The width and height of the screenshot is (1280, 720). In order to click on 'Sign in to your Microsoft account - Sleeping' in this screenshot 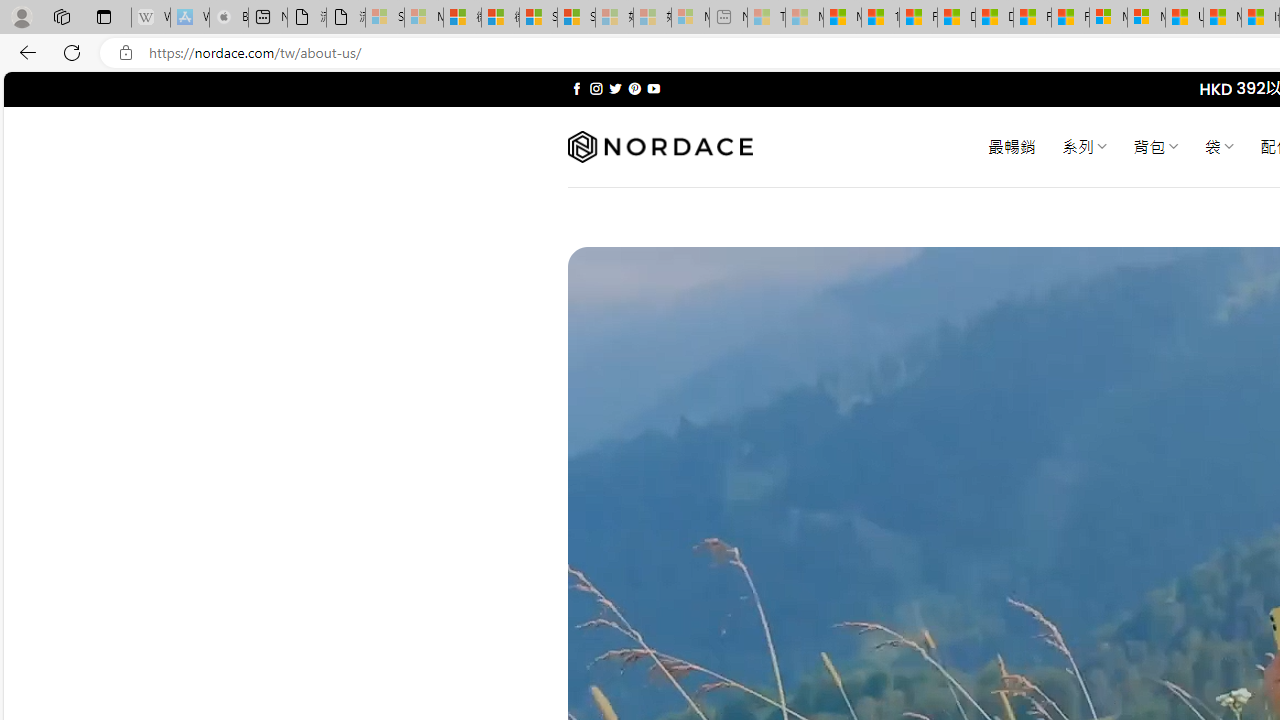, I will do `click(385, 17)`.